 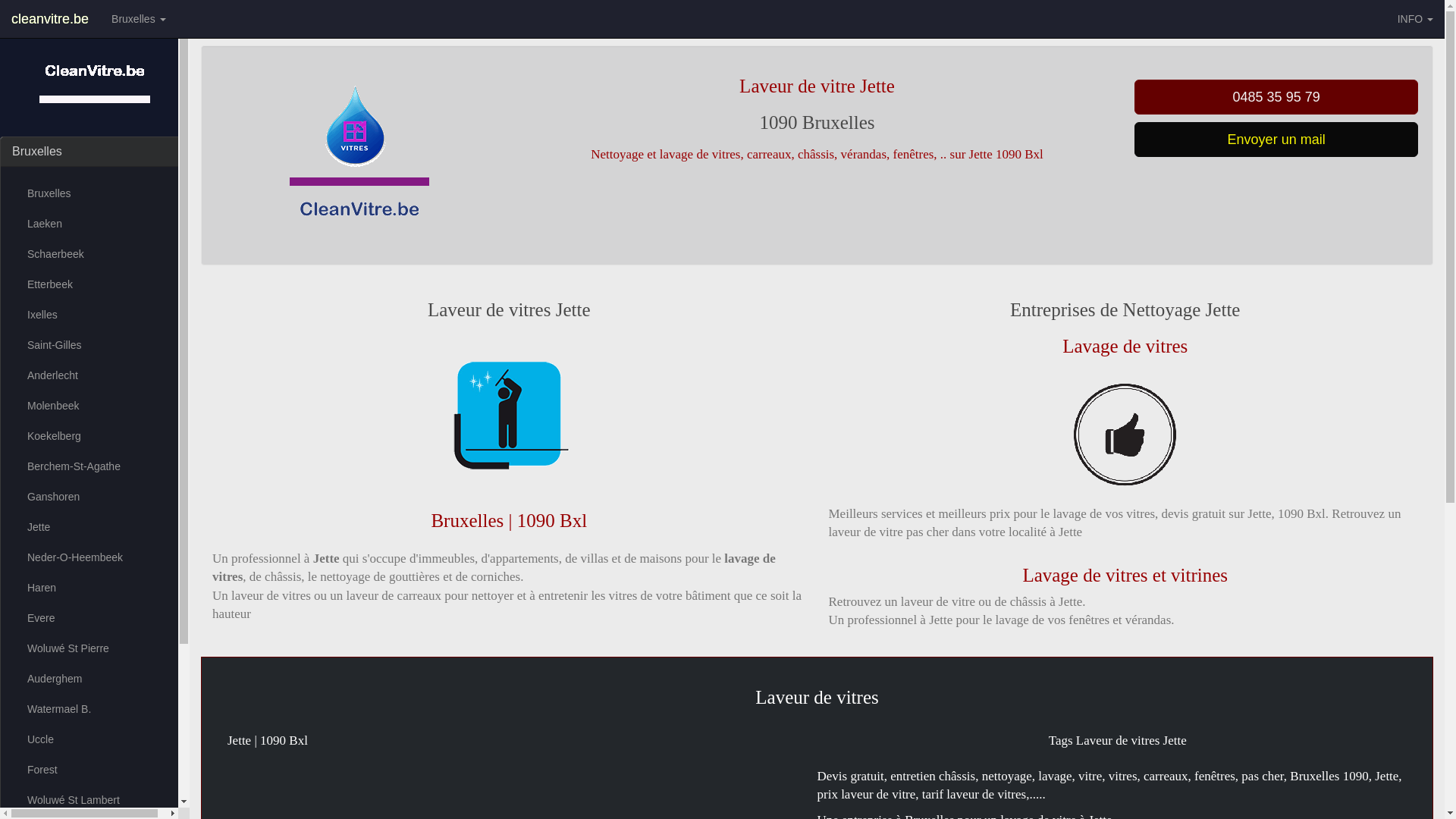 What do you see at coordinates (93, 375) in the screenshot?
I see `'Anderlecht'` at bounding box center [93, 375].